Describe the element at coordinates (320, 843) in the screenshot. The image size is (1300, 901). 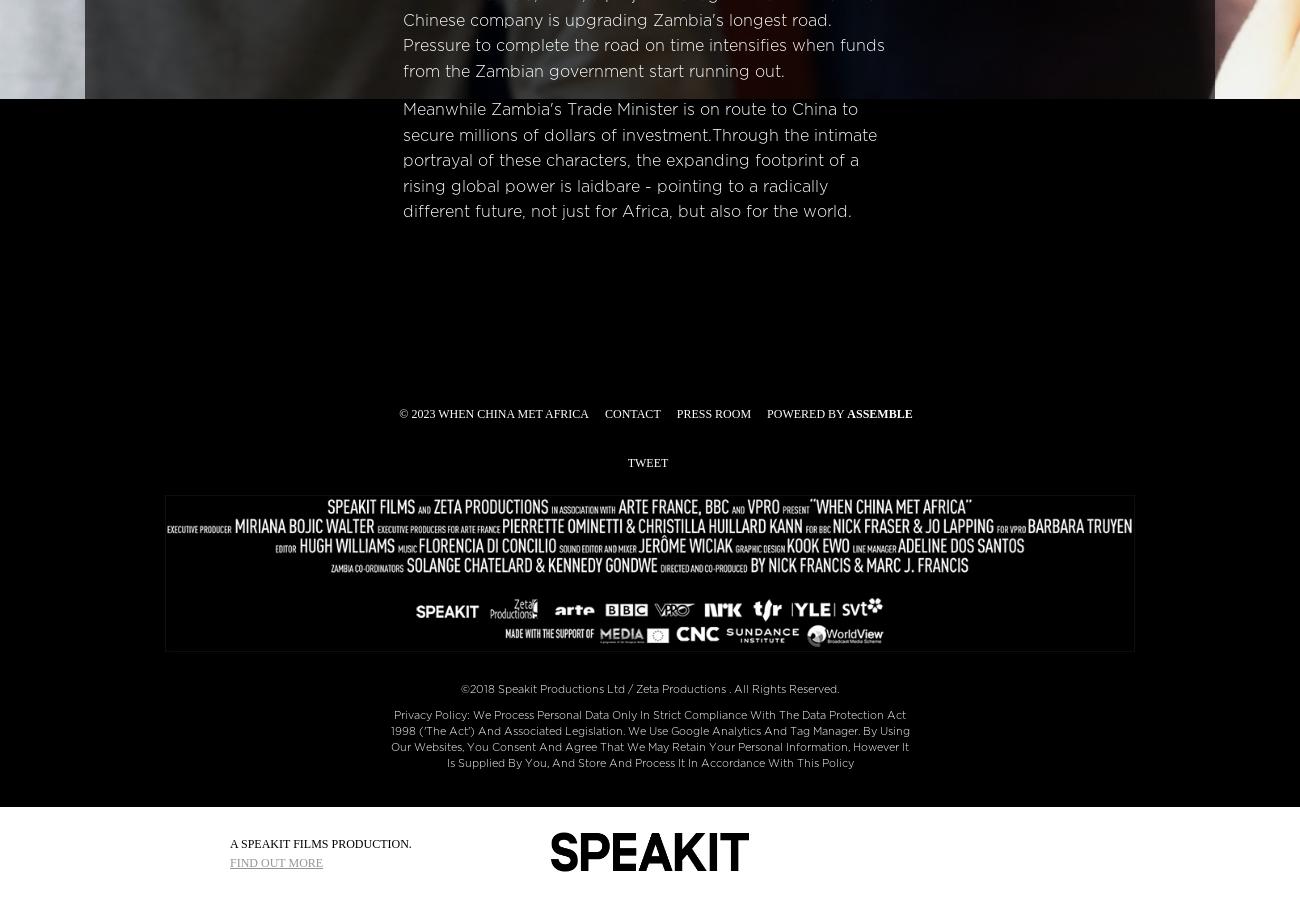
I see `'A Speakit Films Production.'` at that location.